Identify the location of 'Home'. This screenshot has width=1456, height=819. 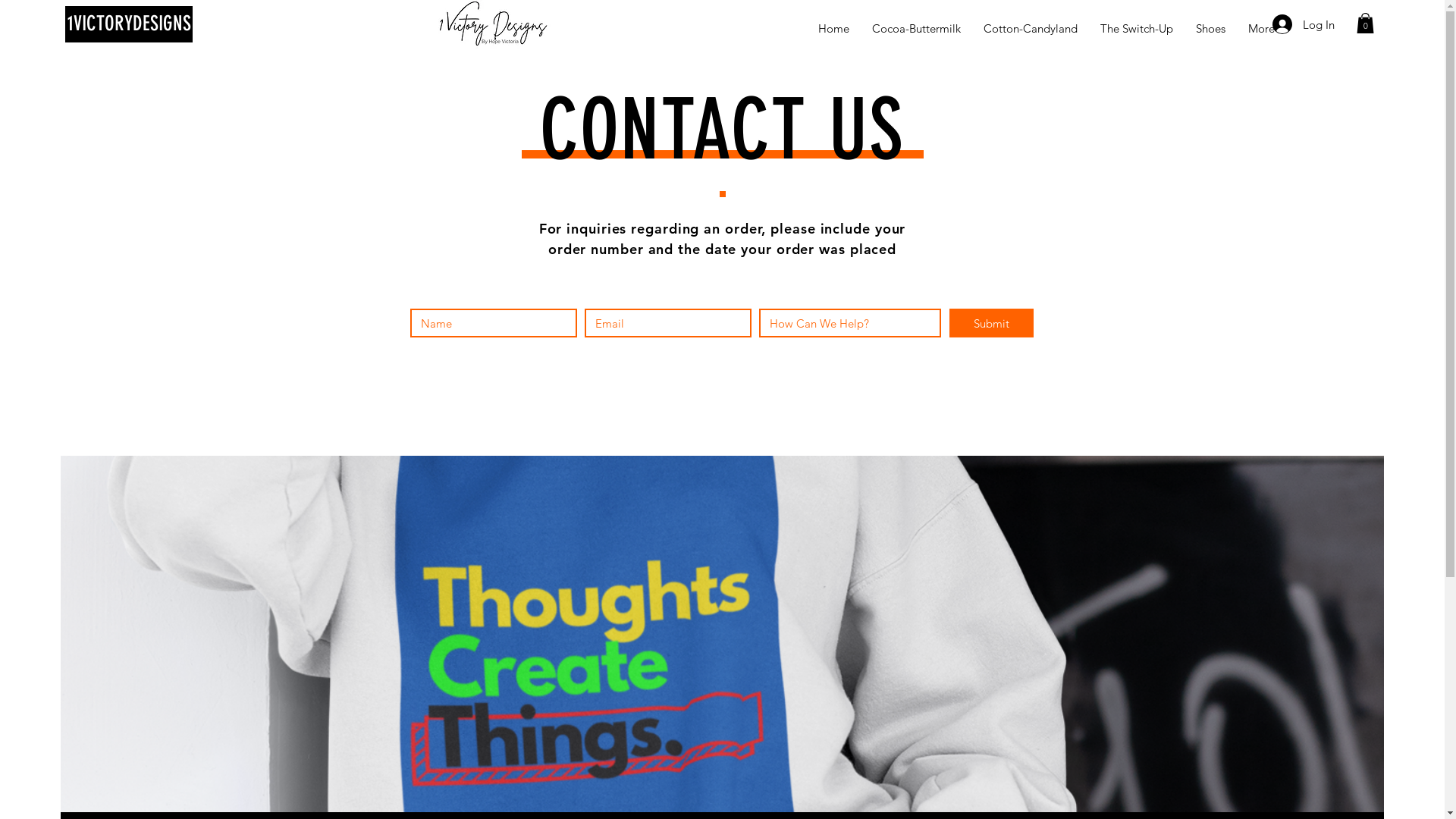
(806, 28).